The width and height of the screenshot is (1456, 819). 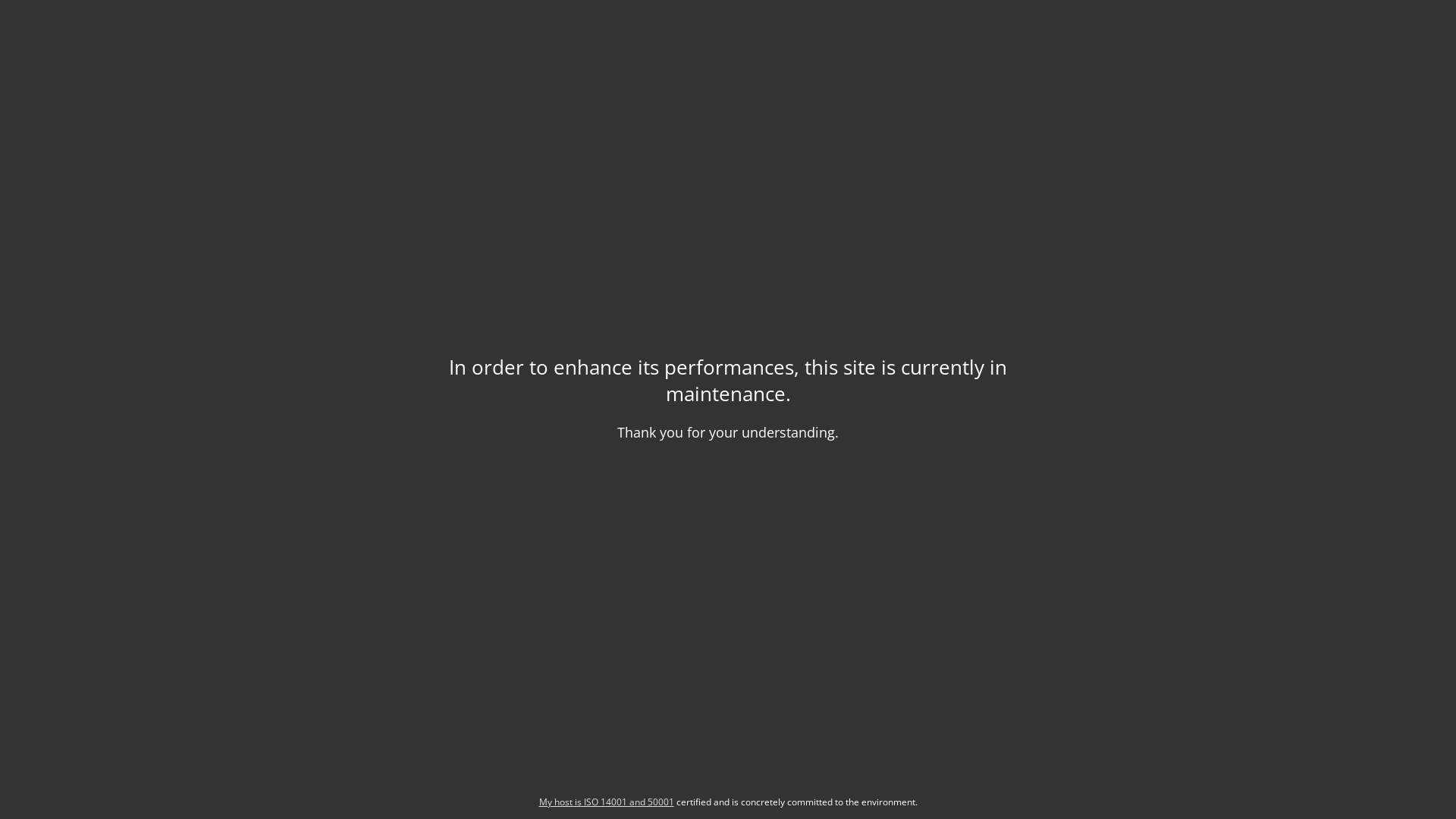 What do you see at coordinates (604, 801) in the screenshot?
I see `'My host is ISO 14001 and 50001'` at bounding box center [604, 801].